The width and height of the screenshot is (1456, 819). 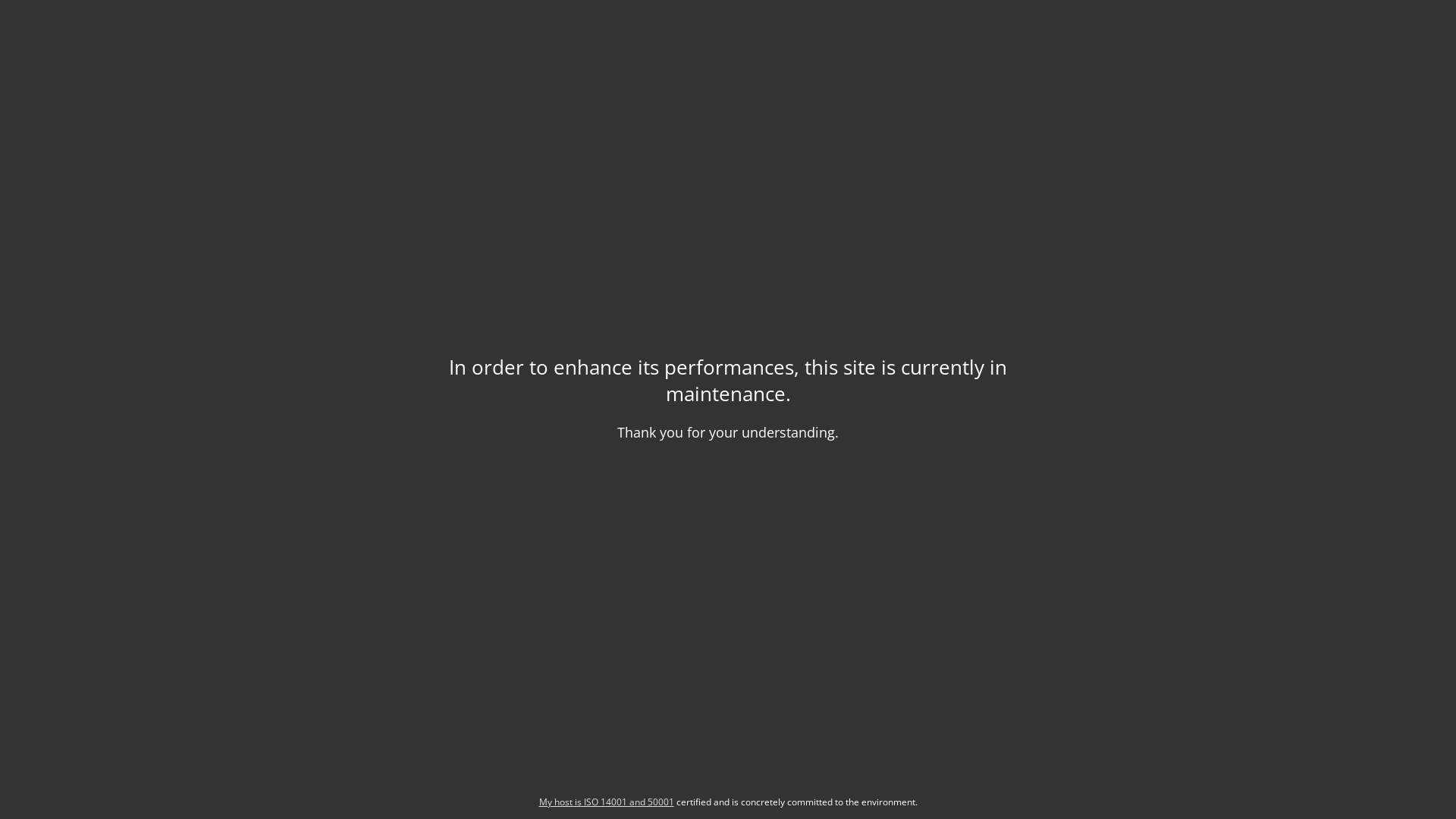 What do you see at coordinates (604, 801) in the screenshot?
I see `'My host is ISO 14001 and 50001'` at bounding box center [604, 801].